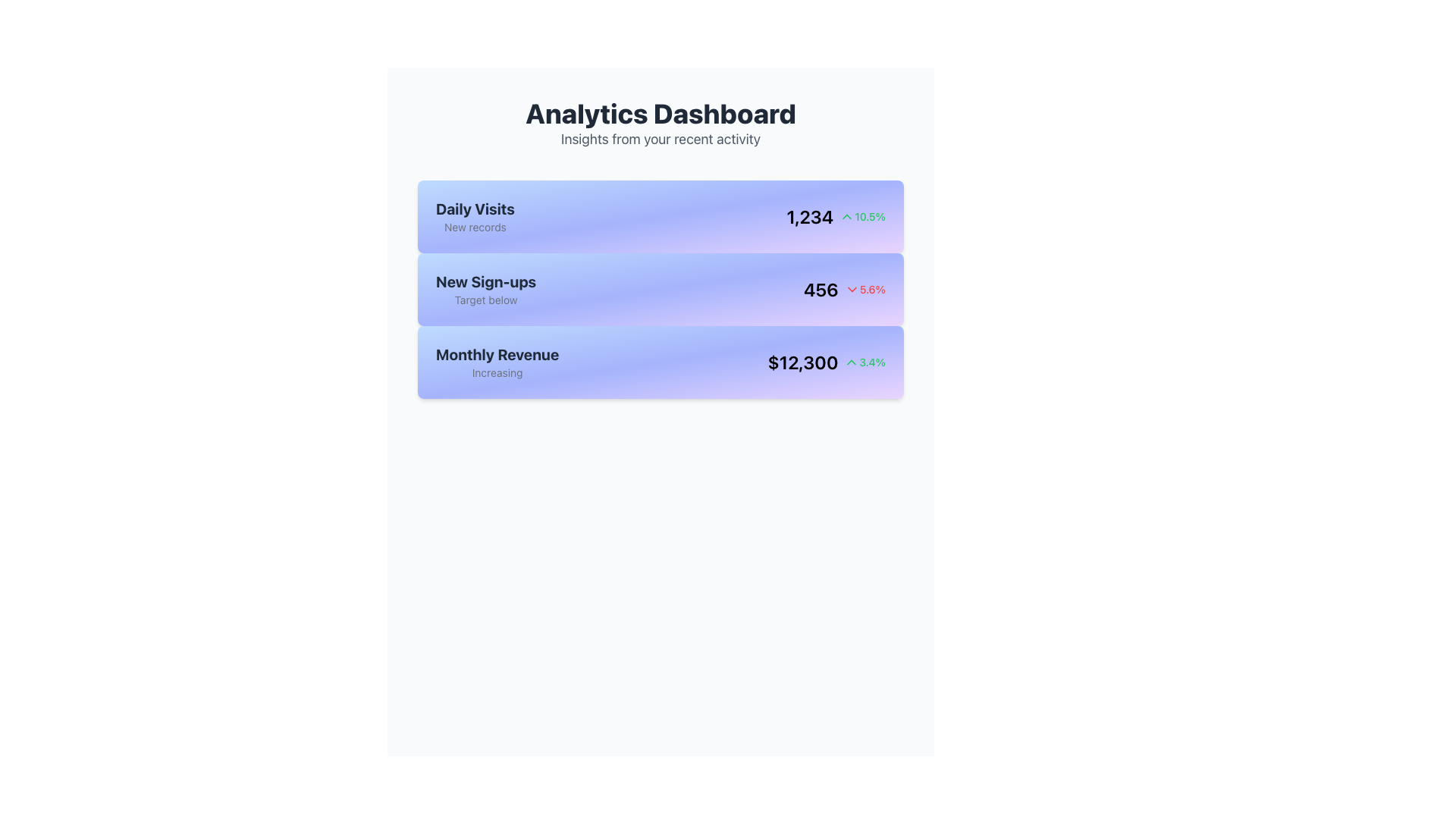 This screenshot has height=819, width=1456. Describe the element at coordinates (802, 362) in the screenshot. I see `the Text Display element representing total monthly revenue, positioned in the 'Monthly Revenue' section, aligned to the right before the text '3.4%' and the upward chevron icon` at that location.